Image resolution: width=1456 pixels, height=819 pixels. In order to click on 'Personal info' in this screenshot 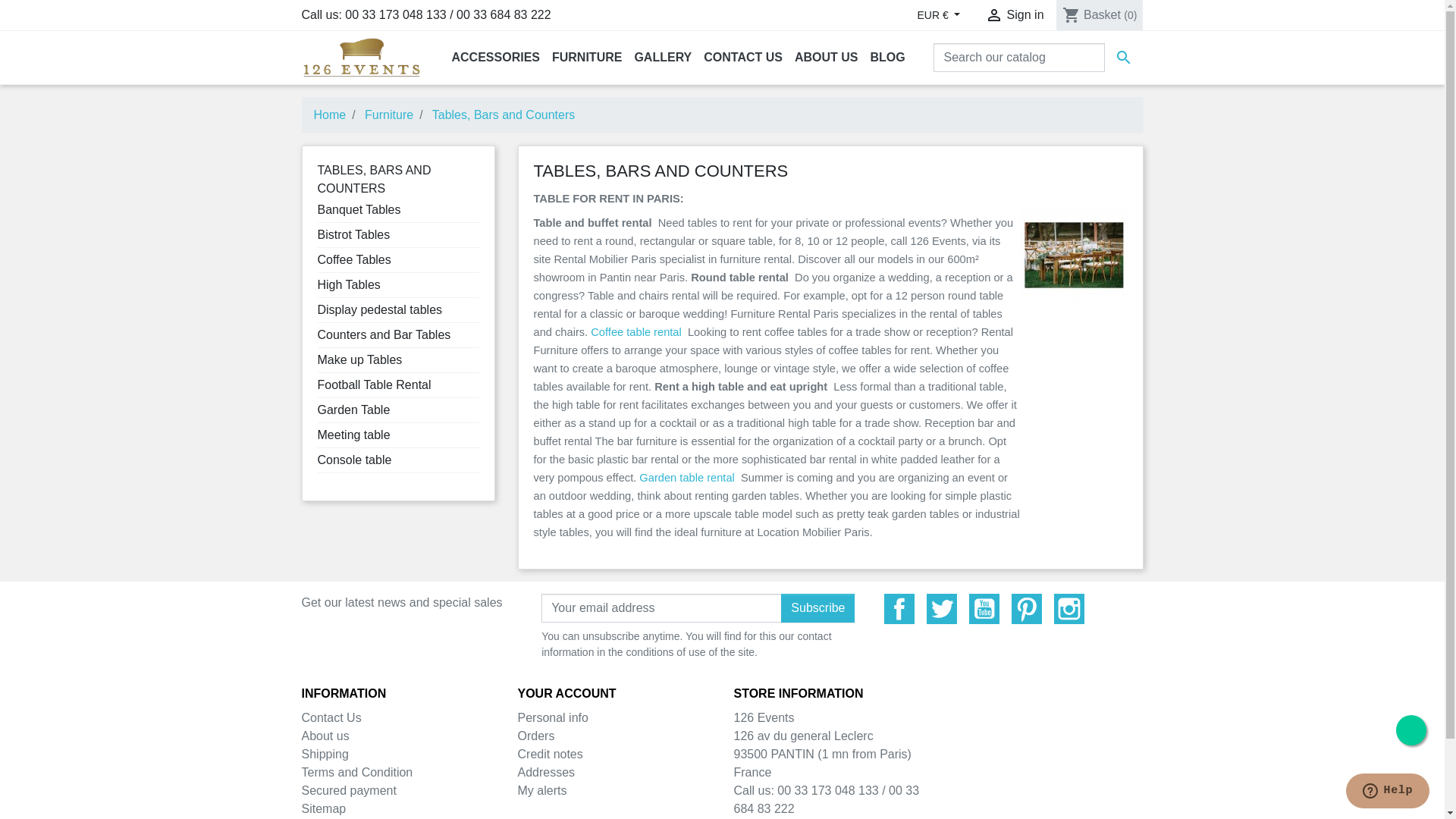, I will do `click(516, 717)`.